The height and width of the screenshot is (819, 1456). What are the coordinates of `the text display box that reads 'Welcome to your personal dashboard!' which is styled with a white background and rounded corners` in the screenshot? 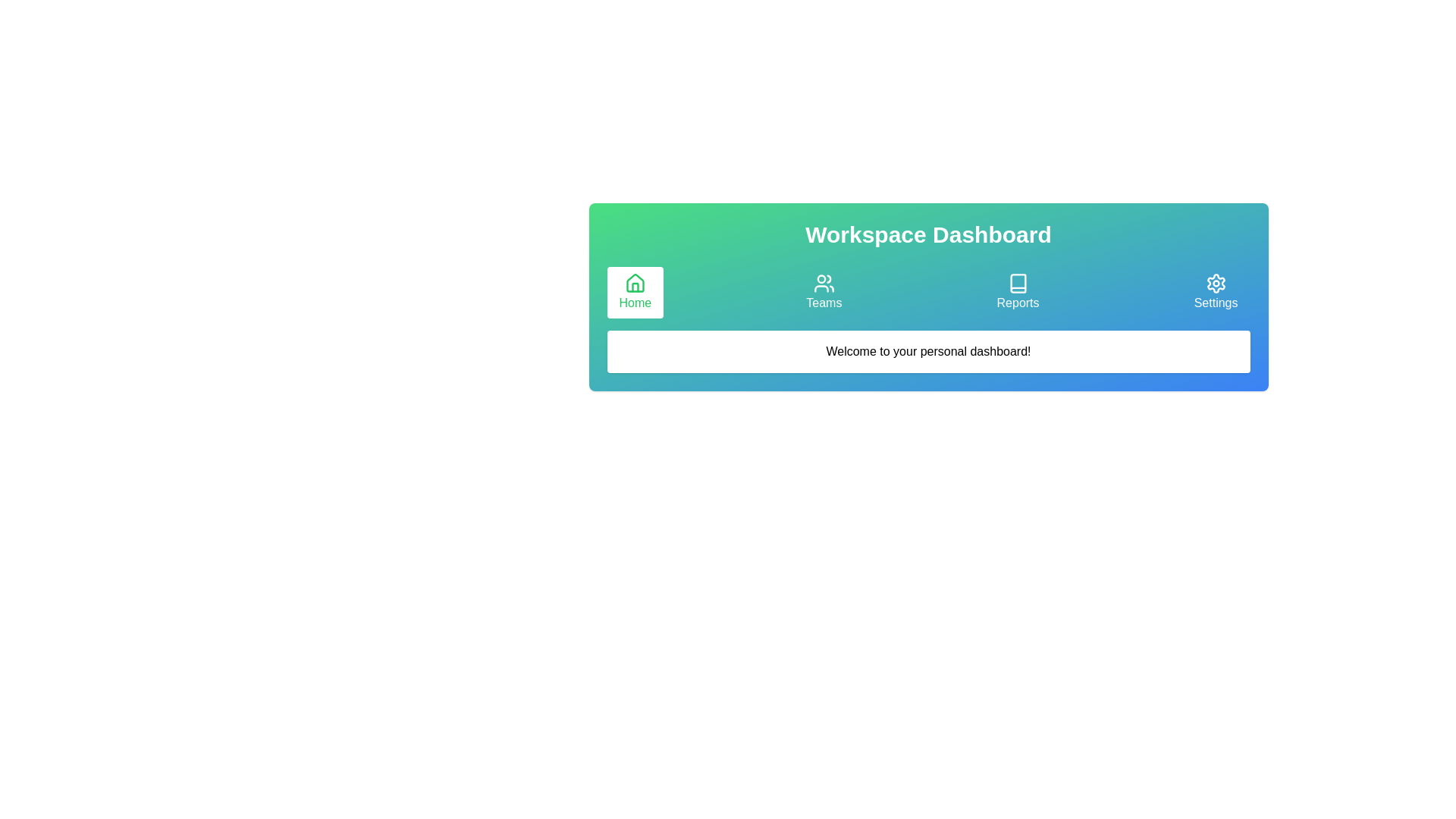 It's located at (927, 351).